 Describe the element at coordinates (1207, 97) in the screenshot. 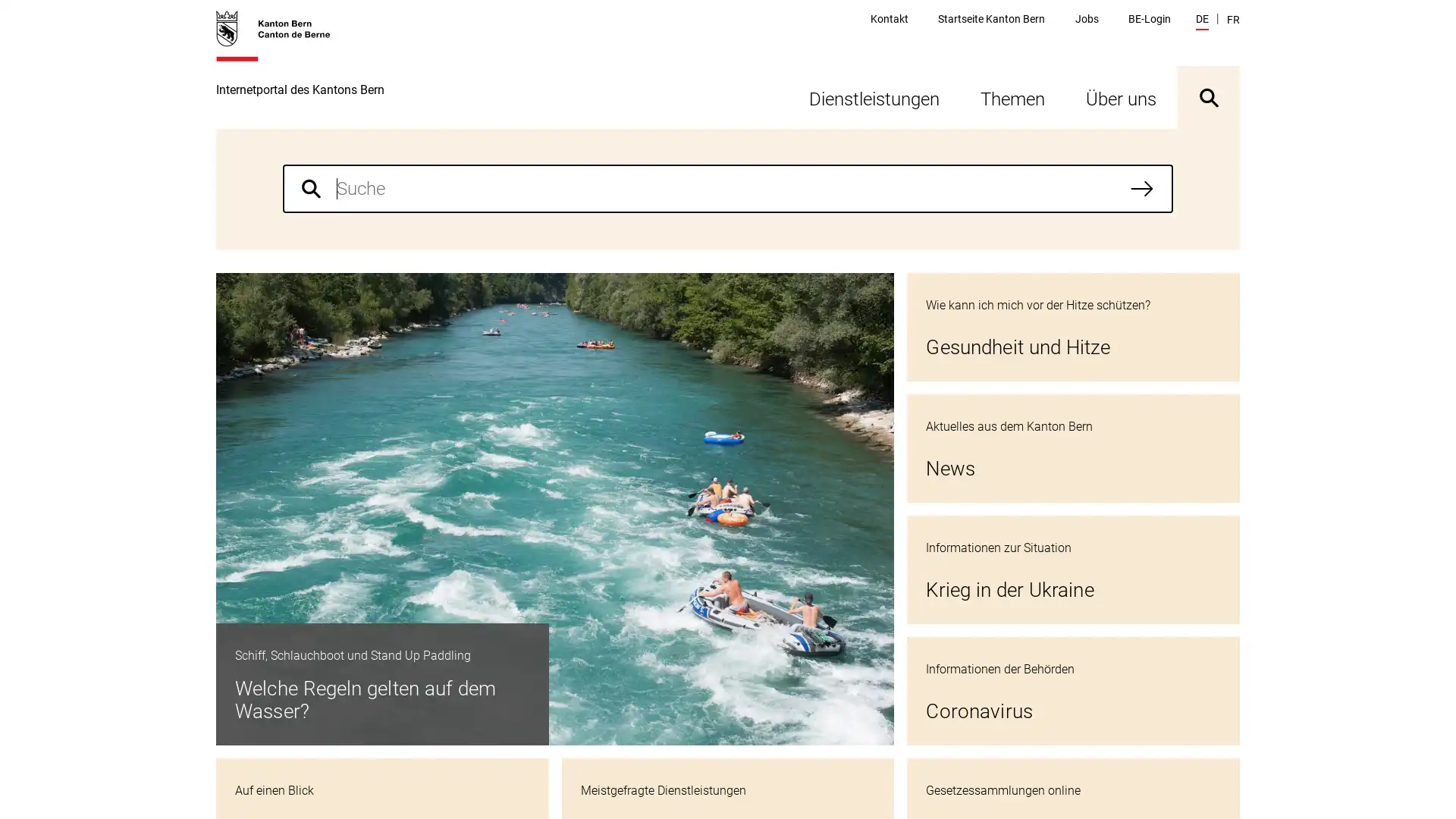

I see `Suche ein- oder ausblenden` at that location.